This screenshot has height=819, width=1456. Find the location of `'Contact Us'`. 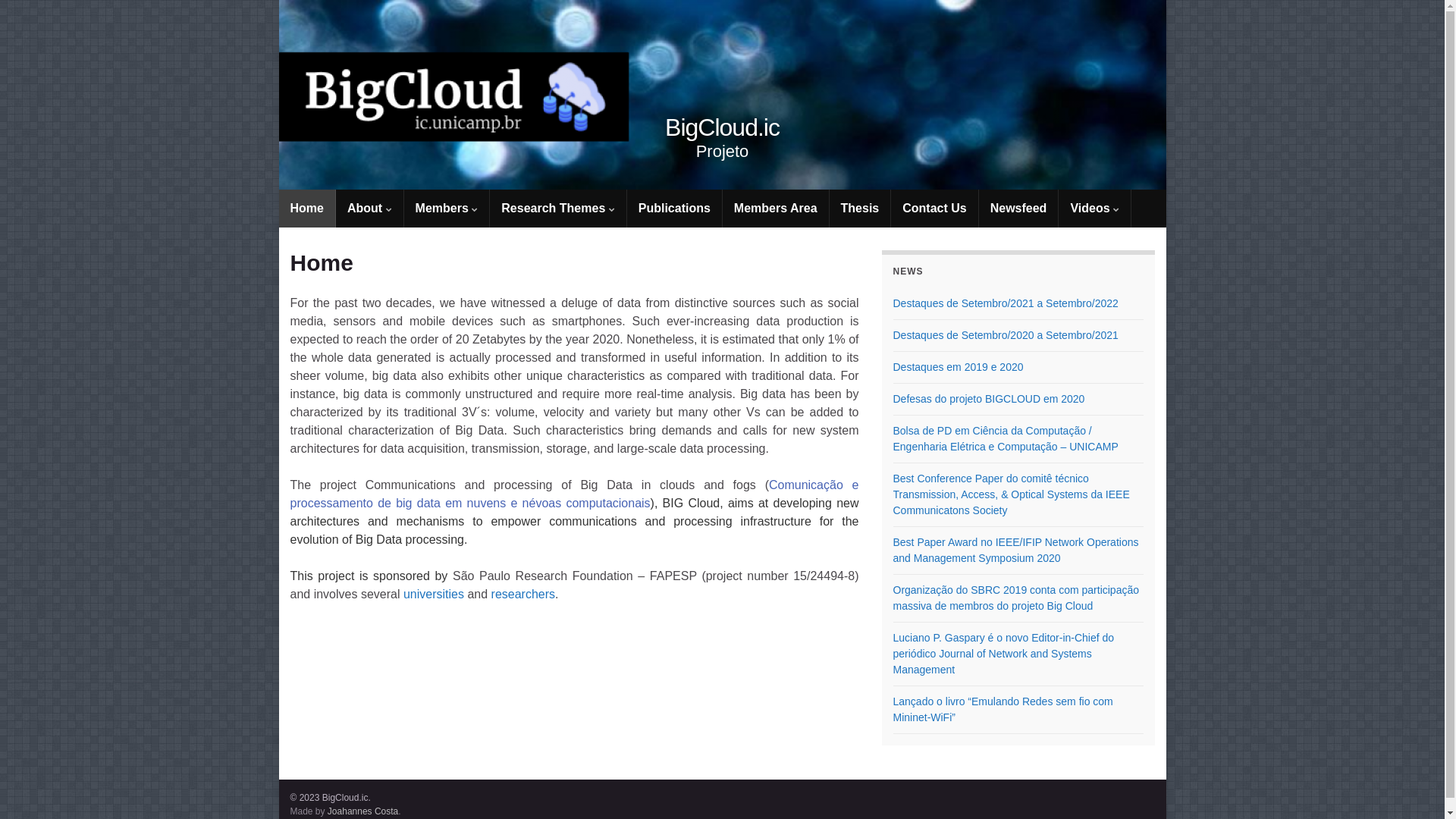

'Contact Us' is located at coordinates (934, 208).